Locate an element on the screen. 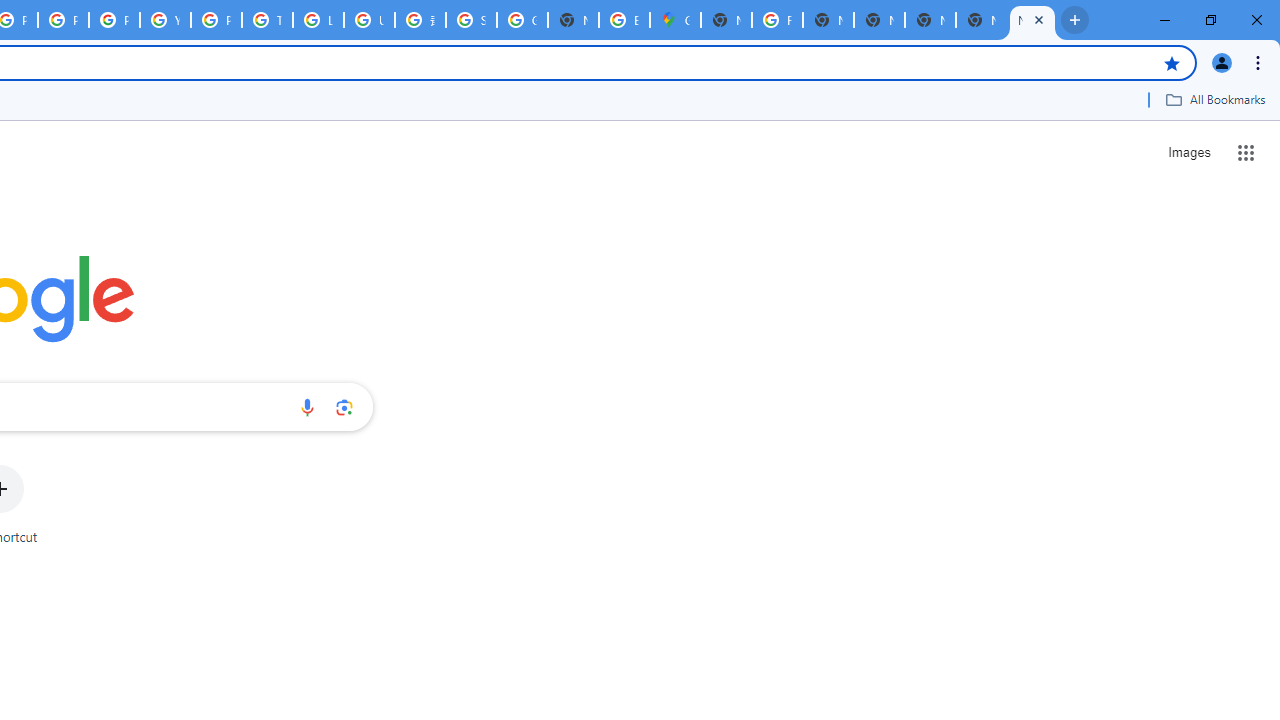  'Explore new street-level details - Google Maps Help' is located at coordinates (623, 20).